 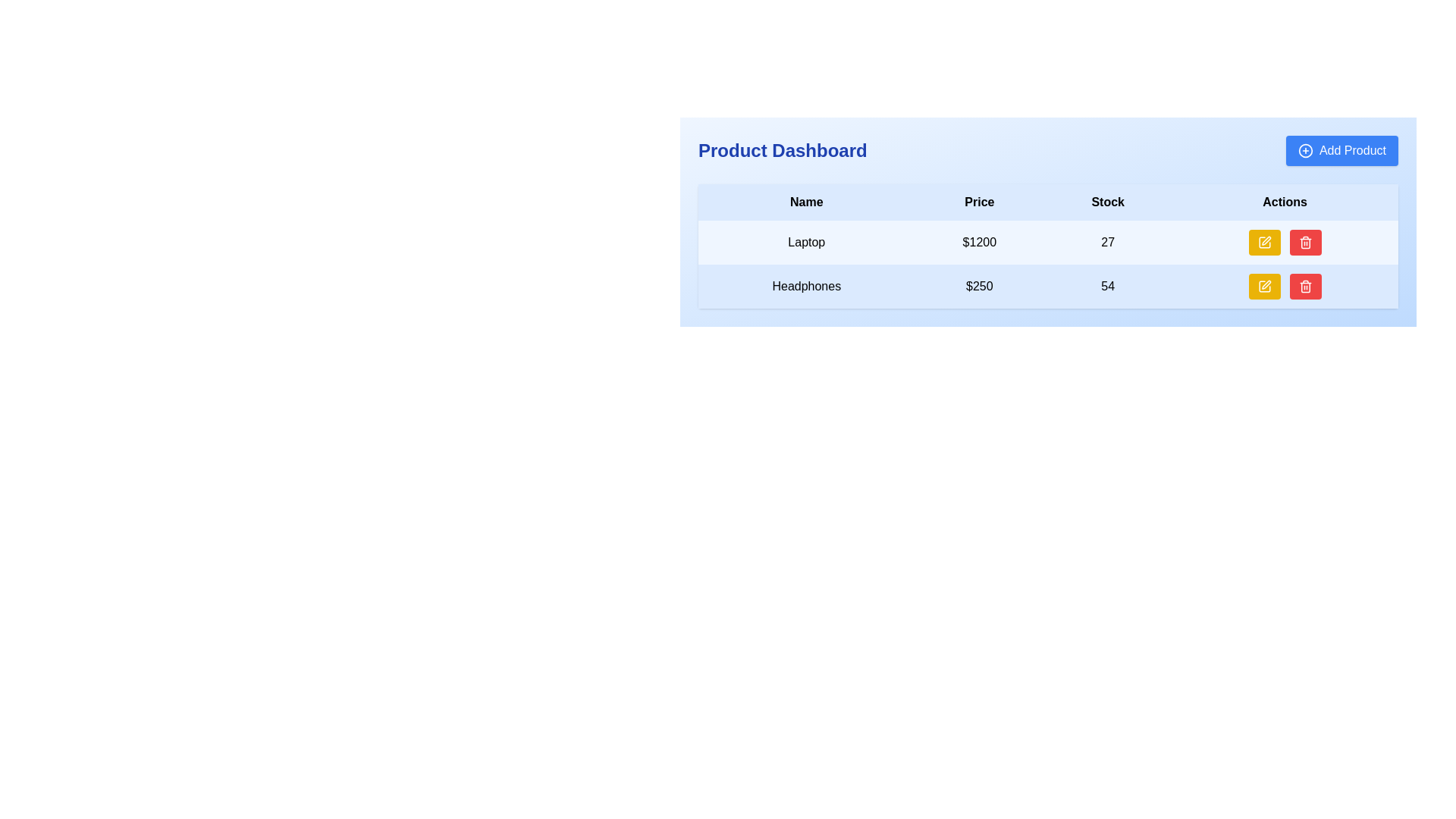 I want to click on the Text label that denotes the name or description of a product in the first row of the data table under the column labeled 'Name.' It is horizontally aligned with '$1200,' '27,' and action buttons, so click(x=805, y=242).